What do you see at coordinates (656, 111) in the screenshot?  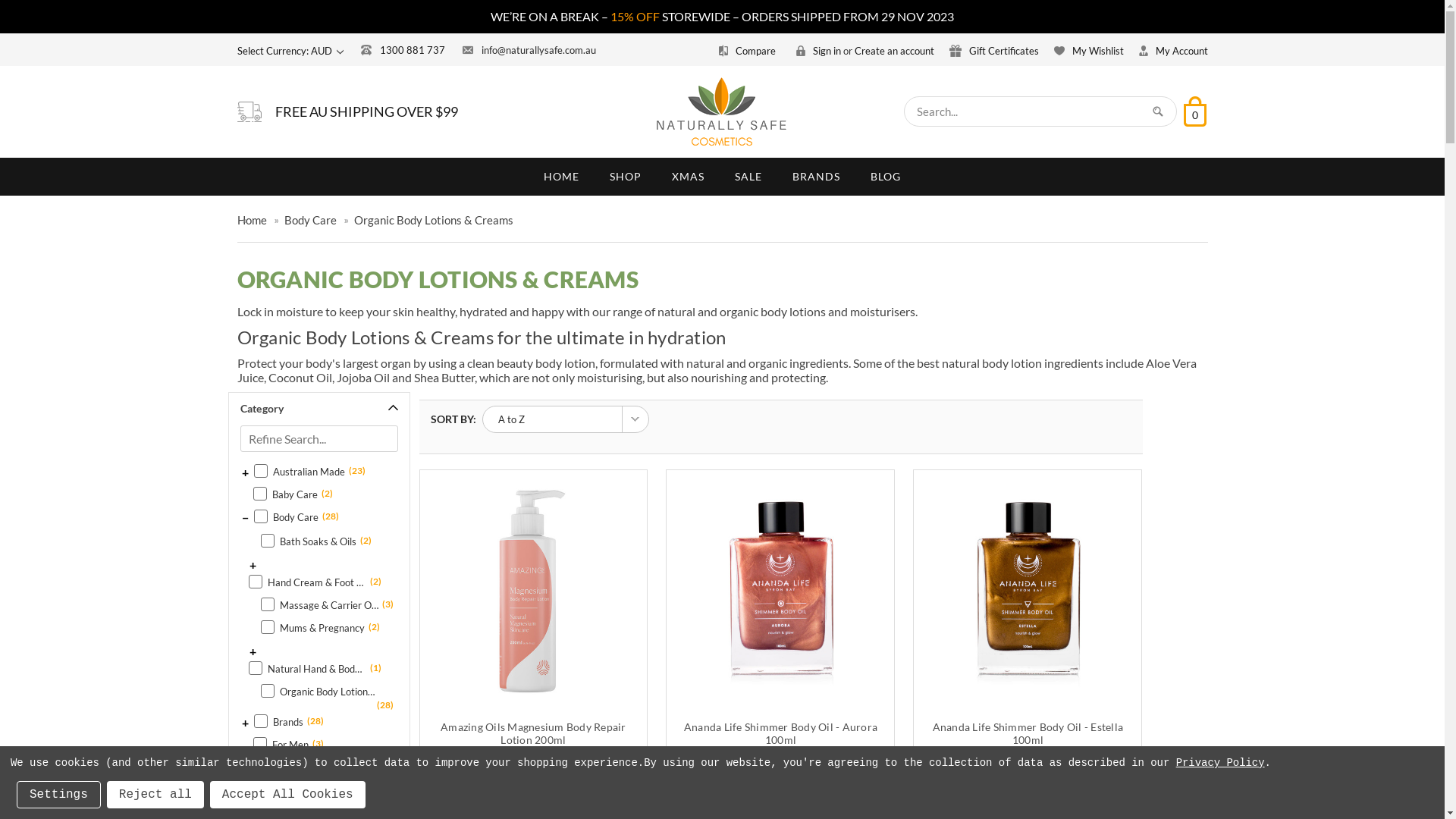 I see `'Naturally Safe Cosmetics'` at bounding box center [656, 111].